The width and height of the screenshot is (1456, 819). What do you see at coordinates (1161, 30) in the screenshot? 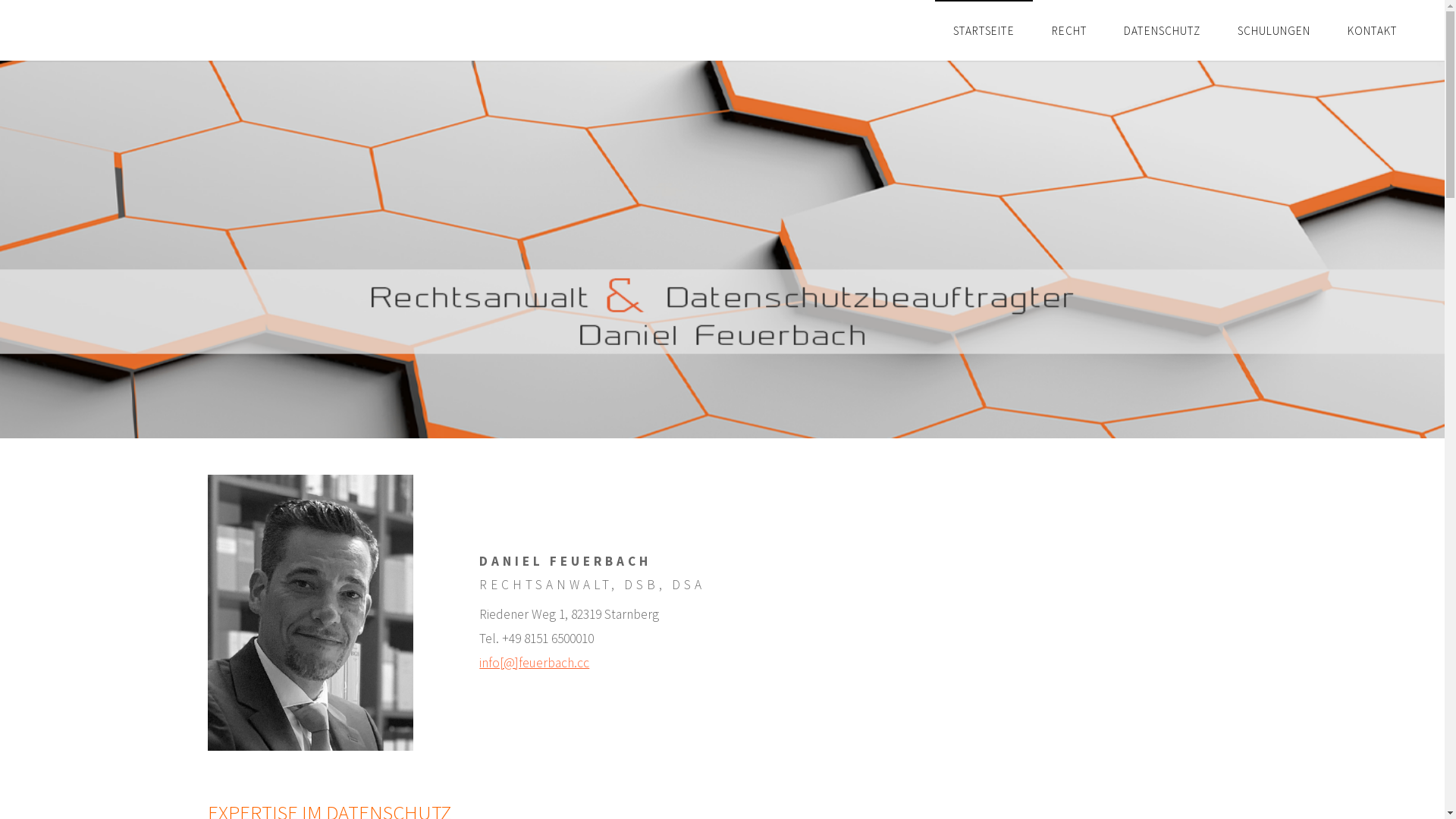
I see `'DATENSCHUTZ'` at bounding box center [1161, 30].